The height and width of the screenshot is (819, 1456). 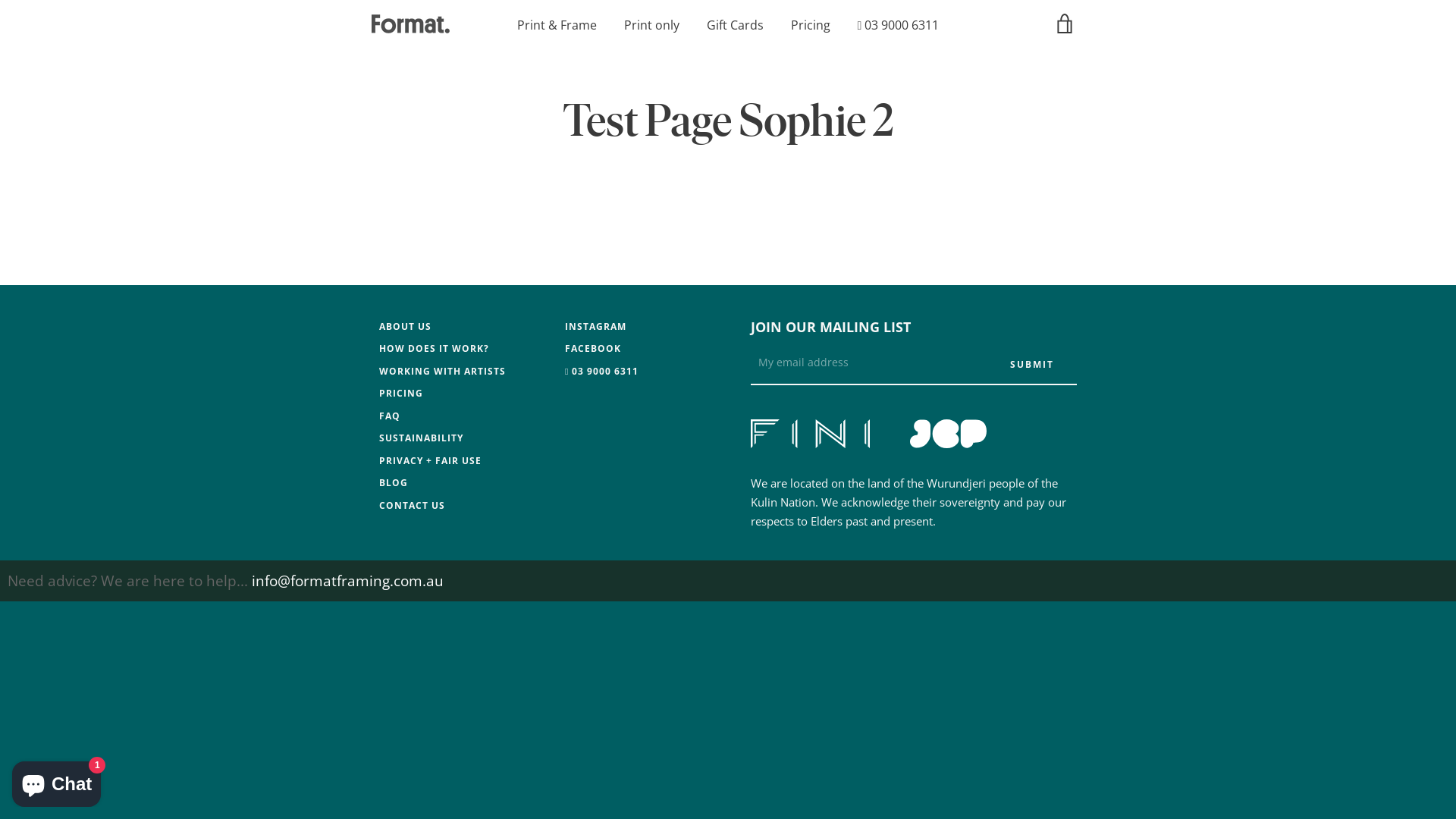 What do you see at coordinates (378, 416) in the screenshot?
I see `'FAQ'` at bounding box center [378, 416].